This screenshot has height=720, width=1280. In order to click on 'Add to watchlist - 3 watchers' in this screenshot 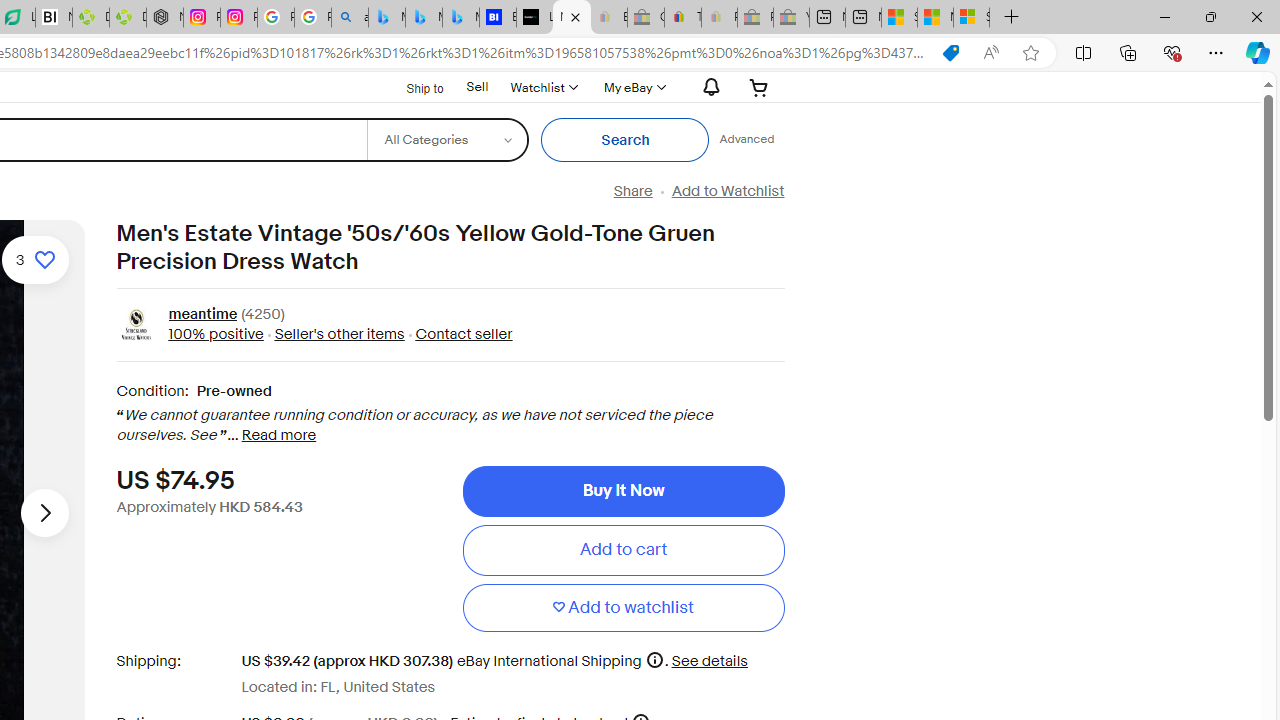, I will do `click(35, 258)`.